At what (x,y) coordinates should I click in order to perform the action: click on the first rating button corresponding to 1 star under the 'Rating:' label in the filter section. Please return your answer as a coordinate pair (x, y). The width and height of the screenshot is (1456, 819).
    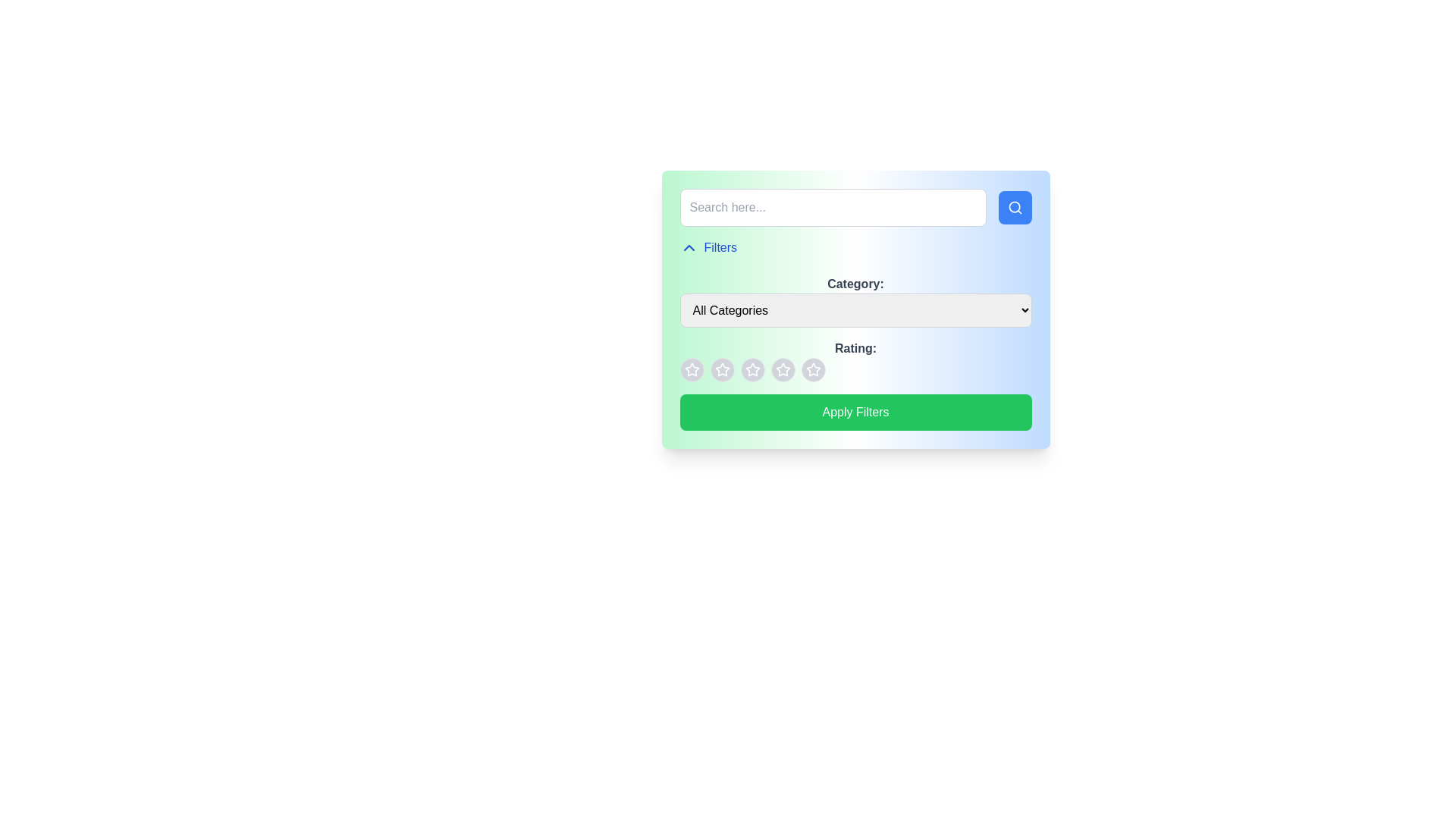
    Looking at the image, I should click on (691, 370).